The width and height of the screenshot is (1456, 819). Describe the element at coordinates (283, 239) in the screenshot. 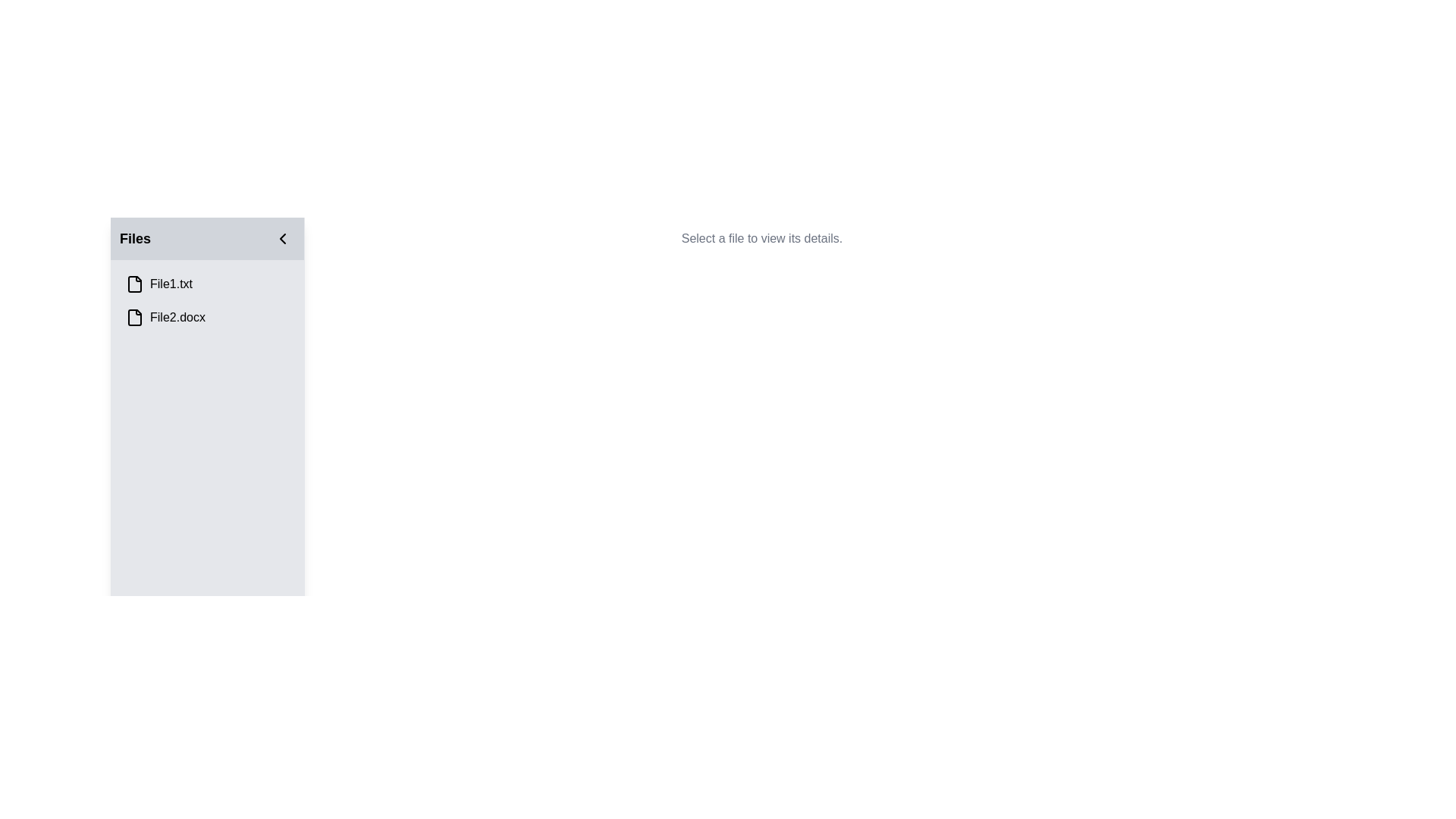

I see `the navigation icon located in the top section of the sidebar, to the right of the 'Files' label` at that location.